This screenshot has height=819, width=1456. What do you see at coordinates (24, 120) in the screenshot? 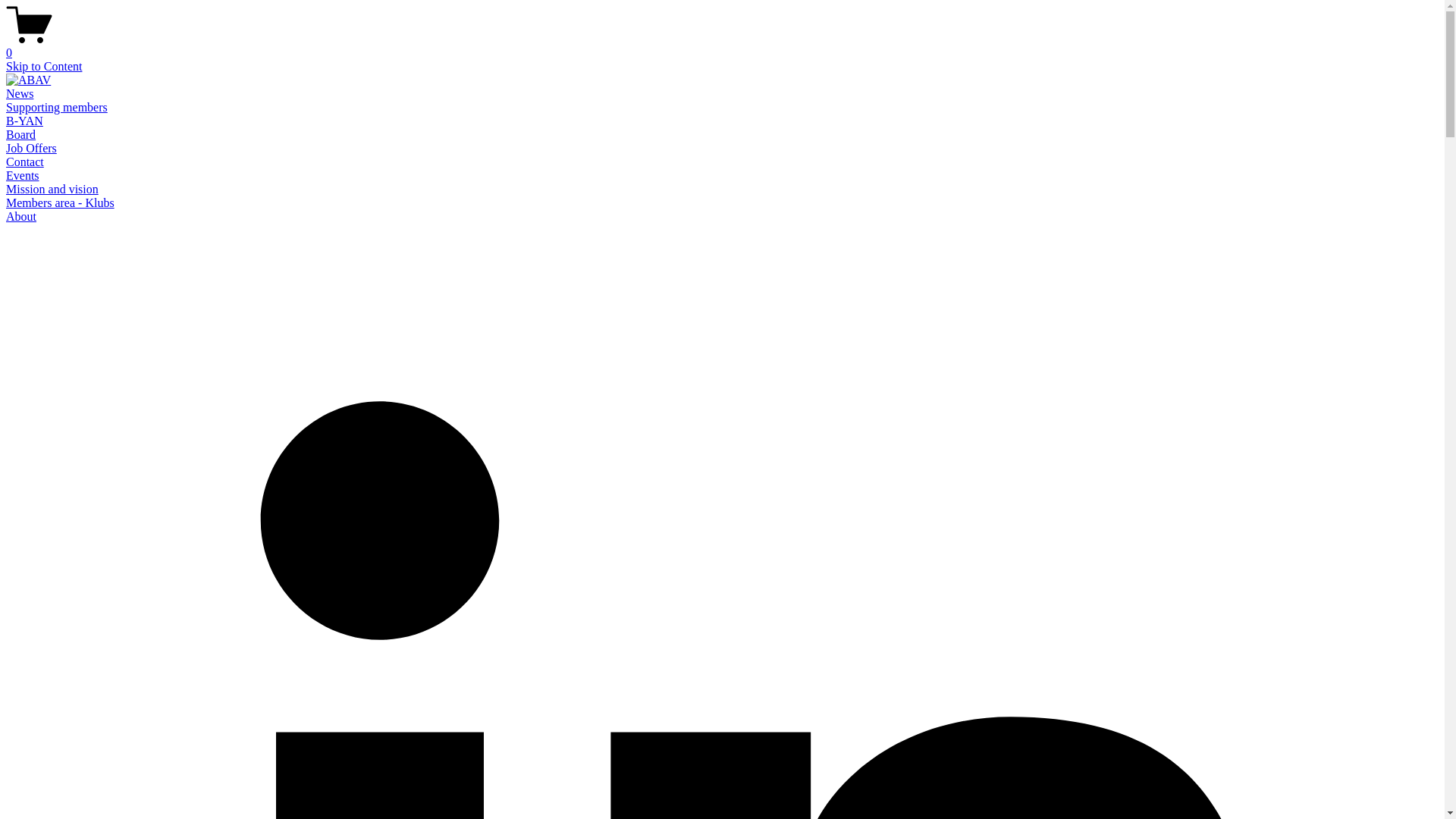
I see `'B-YAN'` at bounding box center [24, 120].